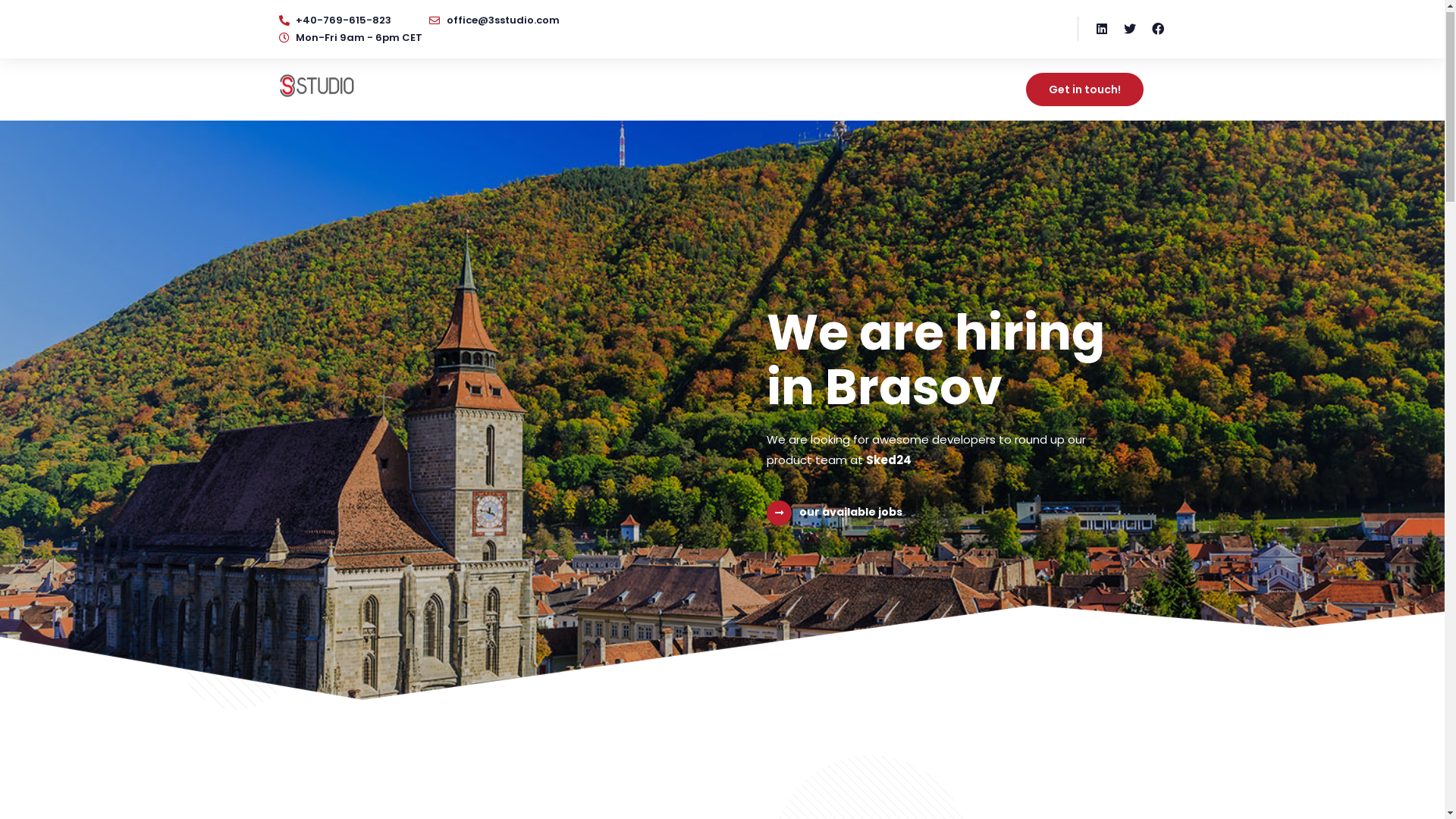 The image size is (1456, 819). I want to click on 'office@3sstudio.com', so click(494, 24).